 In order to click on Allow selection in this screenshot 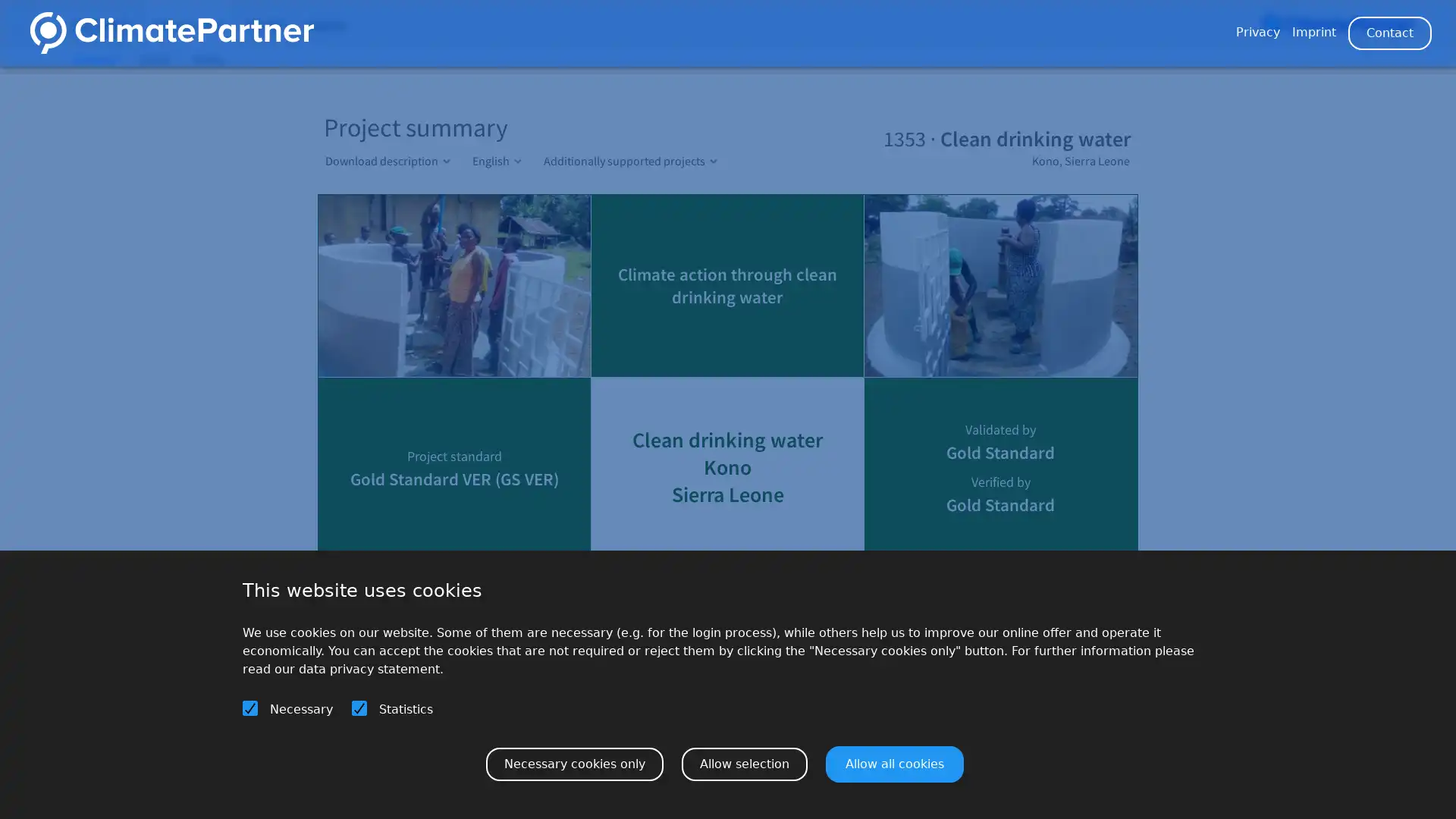, I will do `click(745, 763)`.